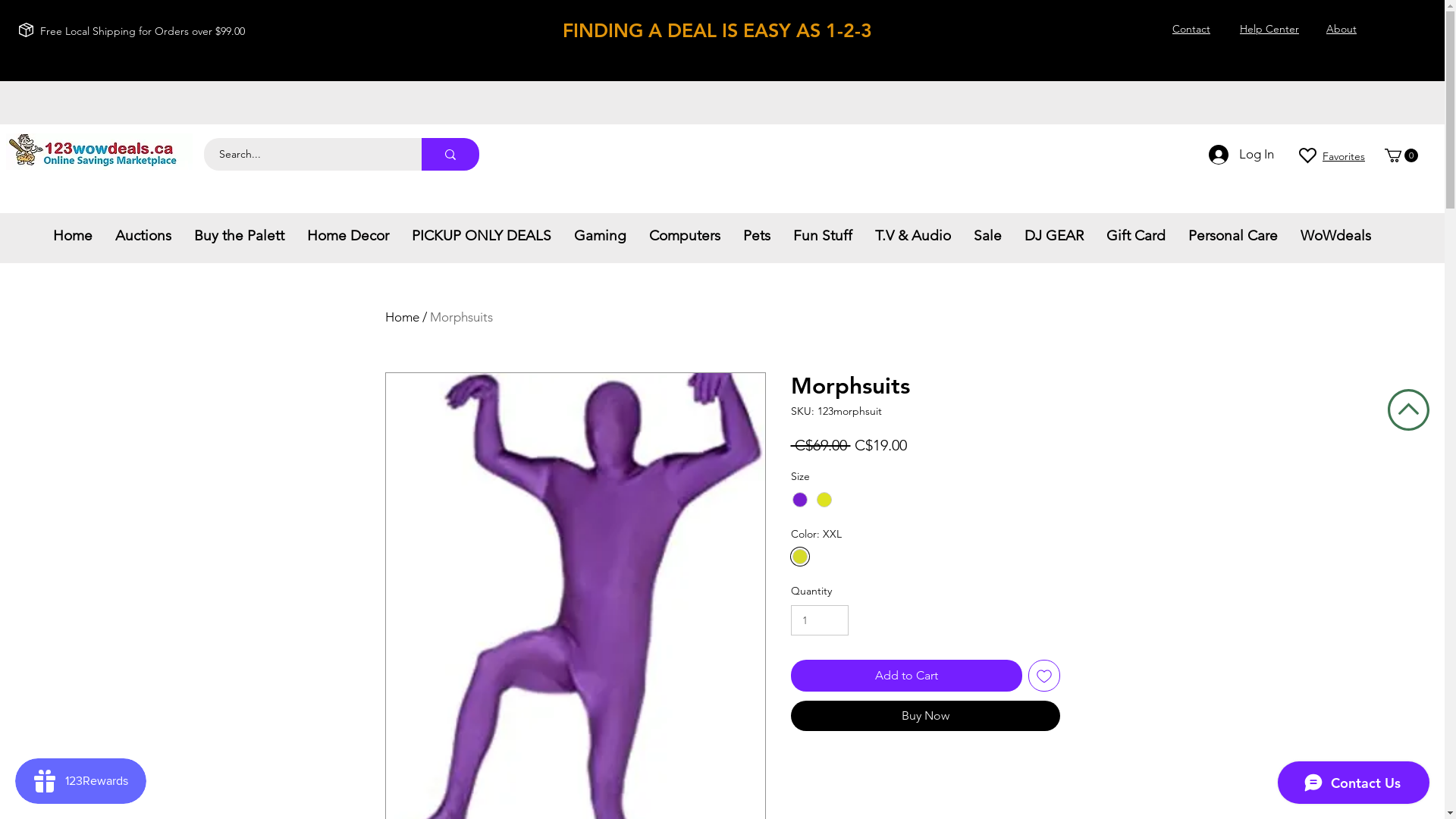 The width and height of the screenshot is (1456, 819). I want to click on 'About', so click(1341, 29).